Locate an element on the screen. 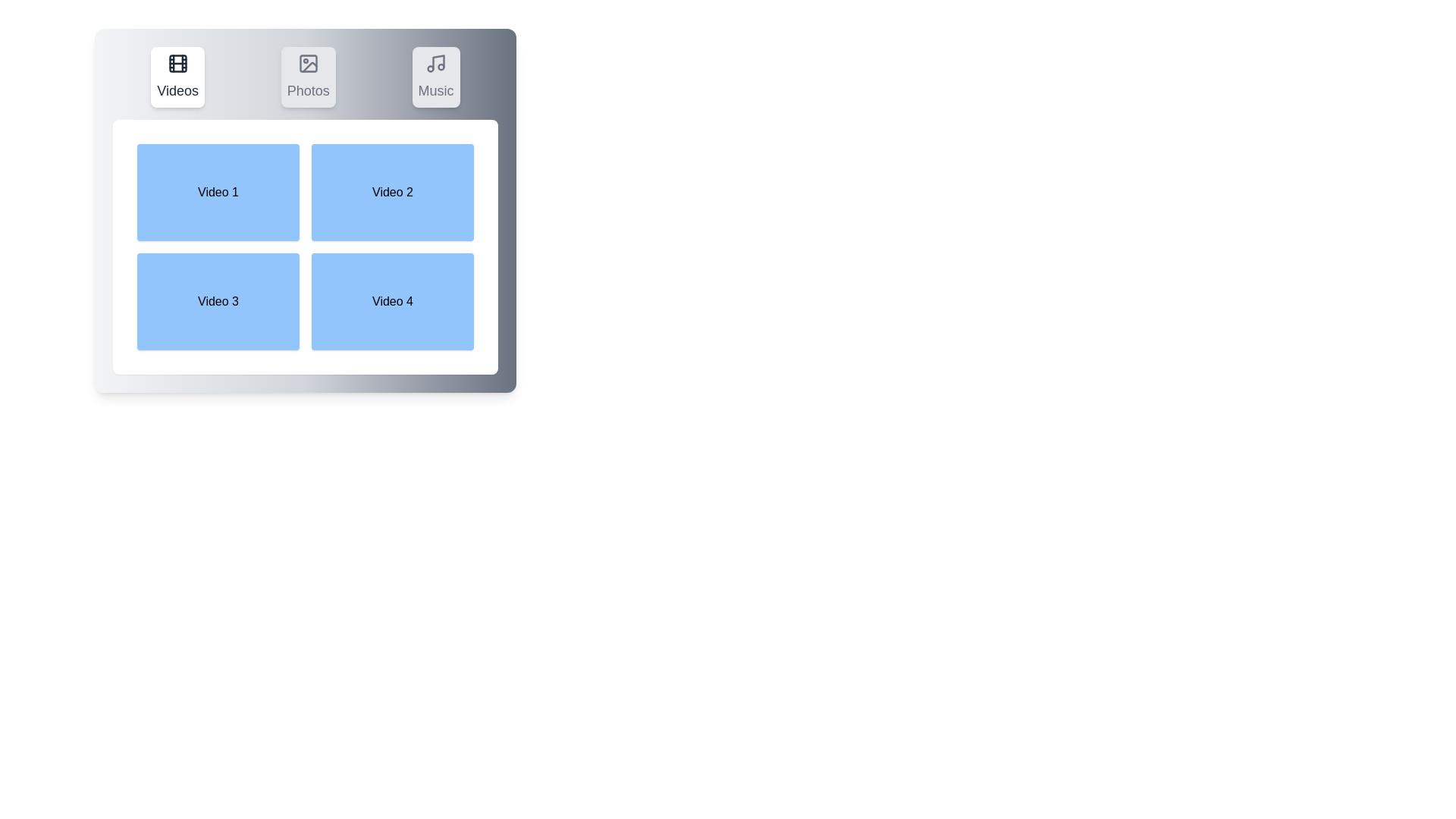 Image resolution: width=1456 pixels, height=819 pixels. the video box labeled Video 1 is located at coordinates (218, 192).